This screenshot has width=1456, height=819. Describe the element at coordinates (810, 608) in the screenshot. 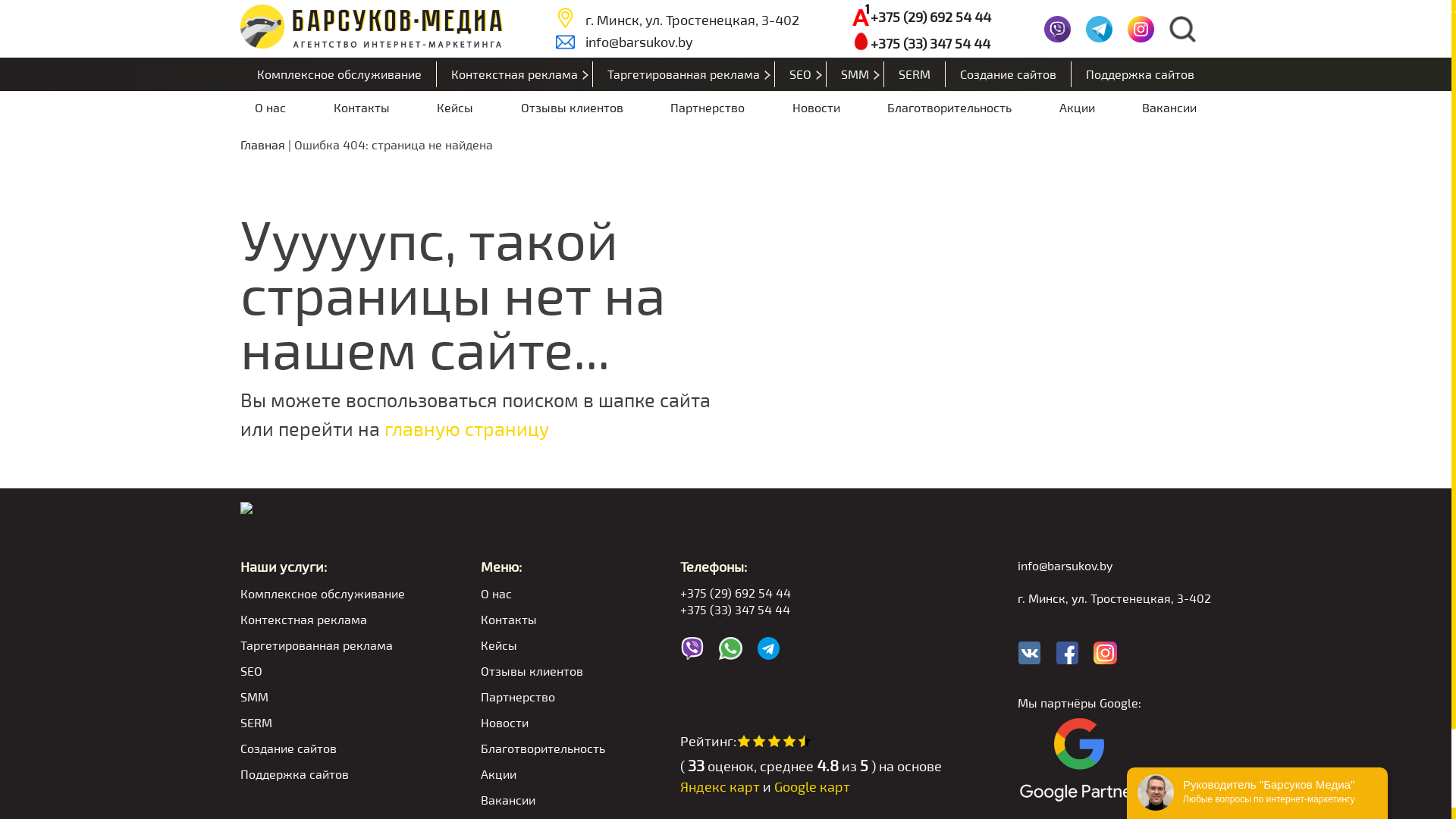

I see `'+375 (33) 347 54 44'` at that location.